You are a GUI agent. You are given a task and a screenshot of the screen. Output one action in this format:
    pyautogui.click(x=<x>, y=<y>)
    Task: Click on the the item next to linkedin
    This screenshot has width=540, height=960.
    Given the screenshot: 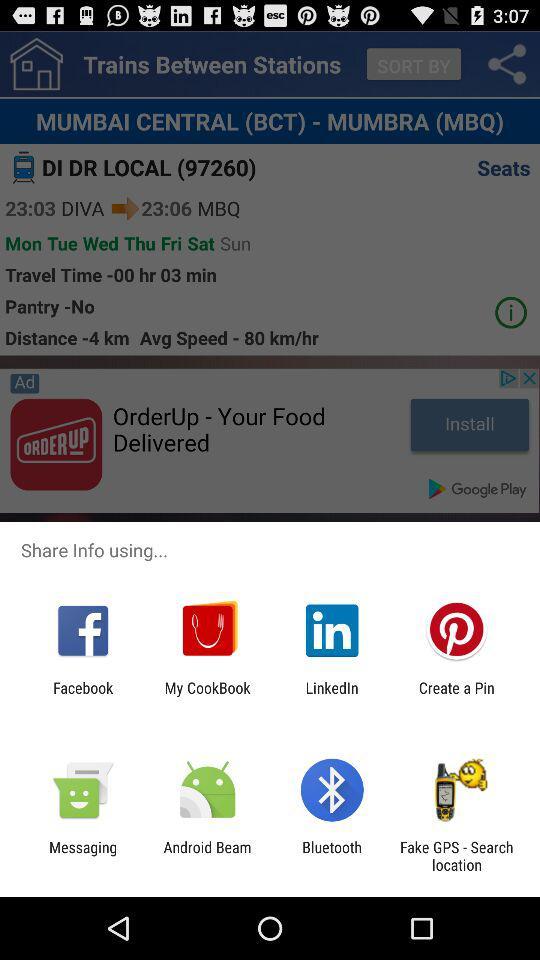 What is the action you would take?
    pyautogui.click(x=456, y=696)
    